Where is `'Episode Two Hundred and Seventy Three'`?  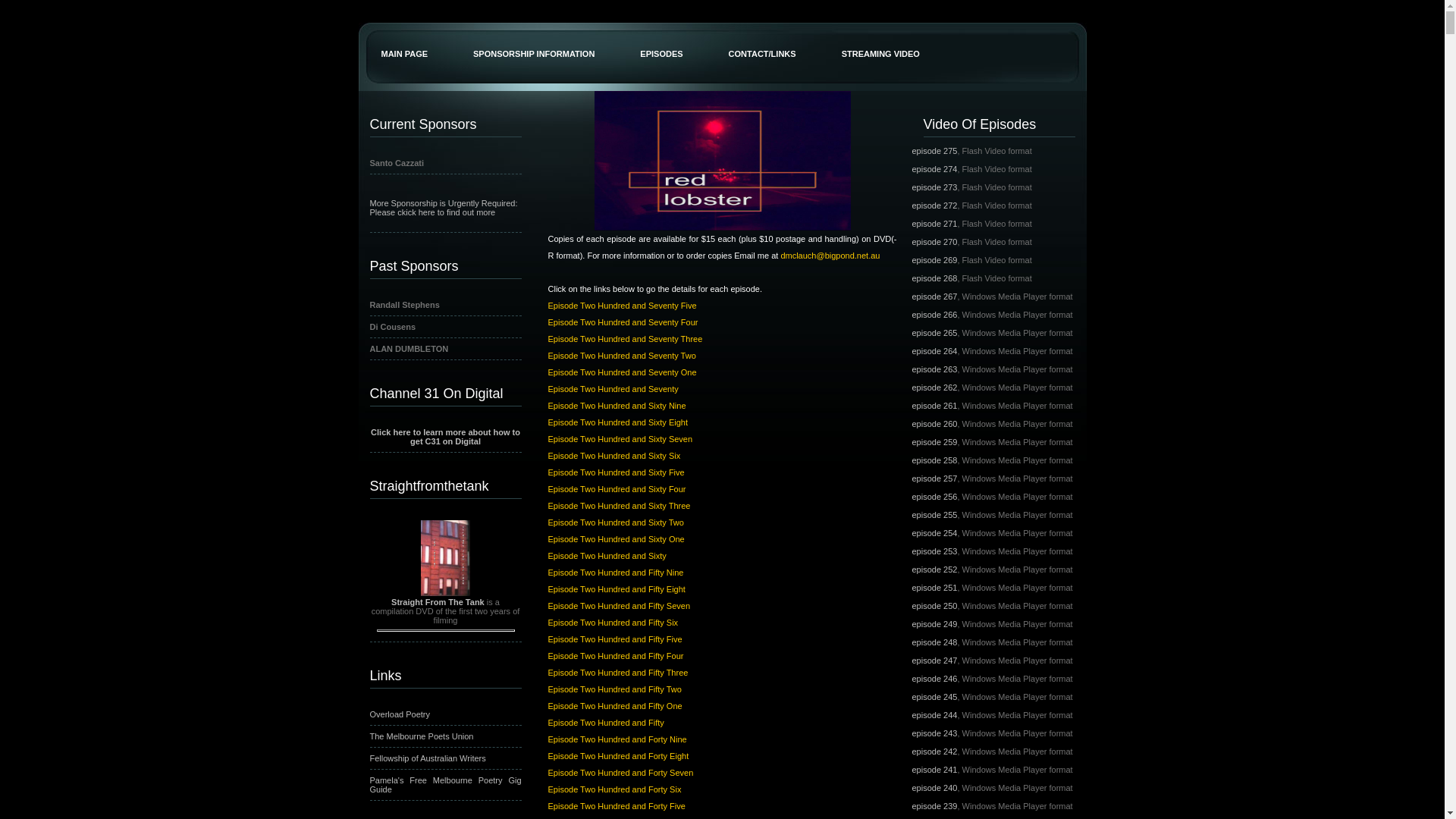 'Episode Two Hundred and Seventy Three' is located at coordinates (625, 338).